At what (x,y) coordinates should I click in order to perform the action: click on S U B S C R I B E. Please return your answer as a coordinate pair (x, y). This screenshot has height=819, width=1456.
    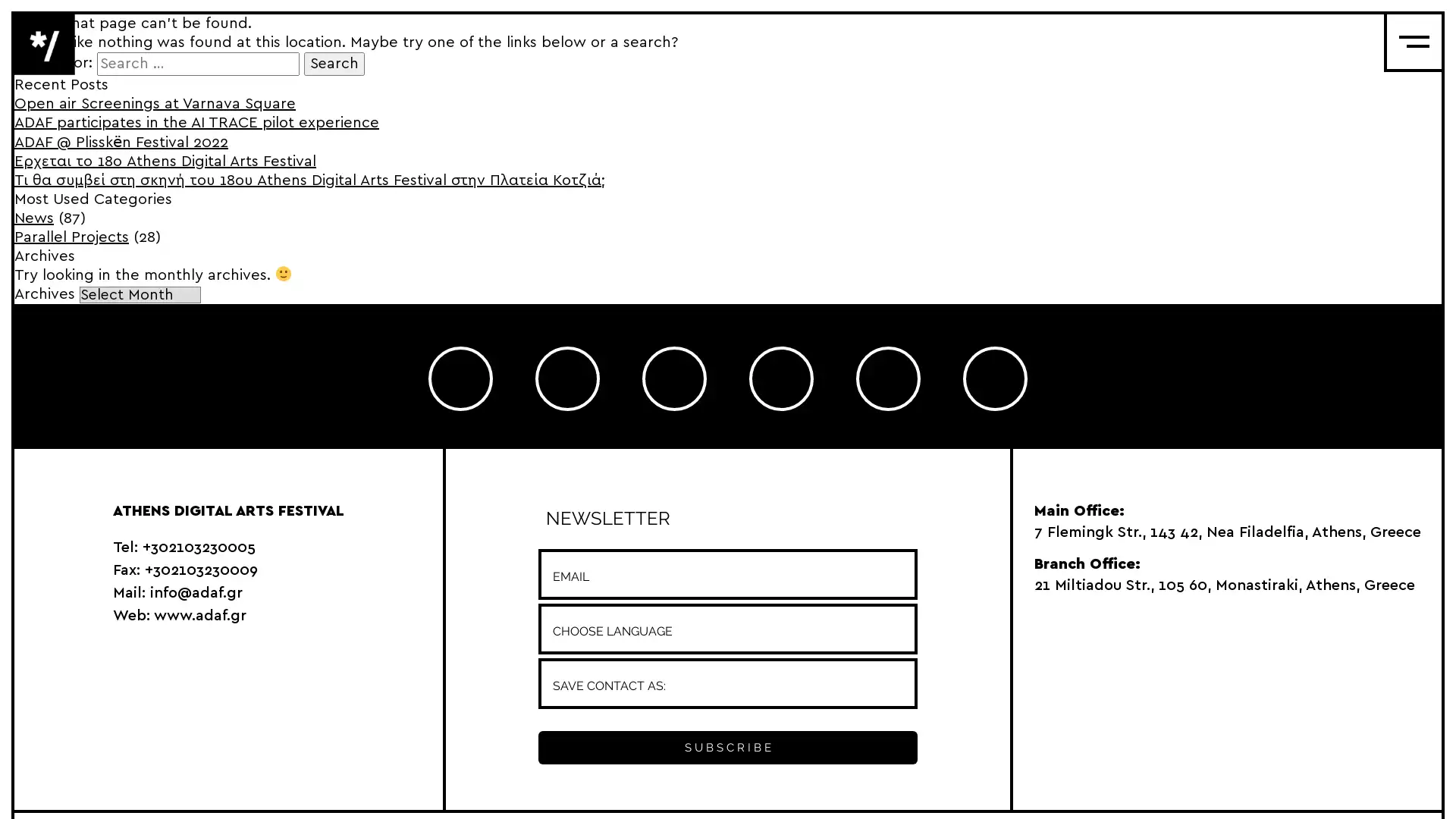
    Looking at the image, I should click on (726, 745).